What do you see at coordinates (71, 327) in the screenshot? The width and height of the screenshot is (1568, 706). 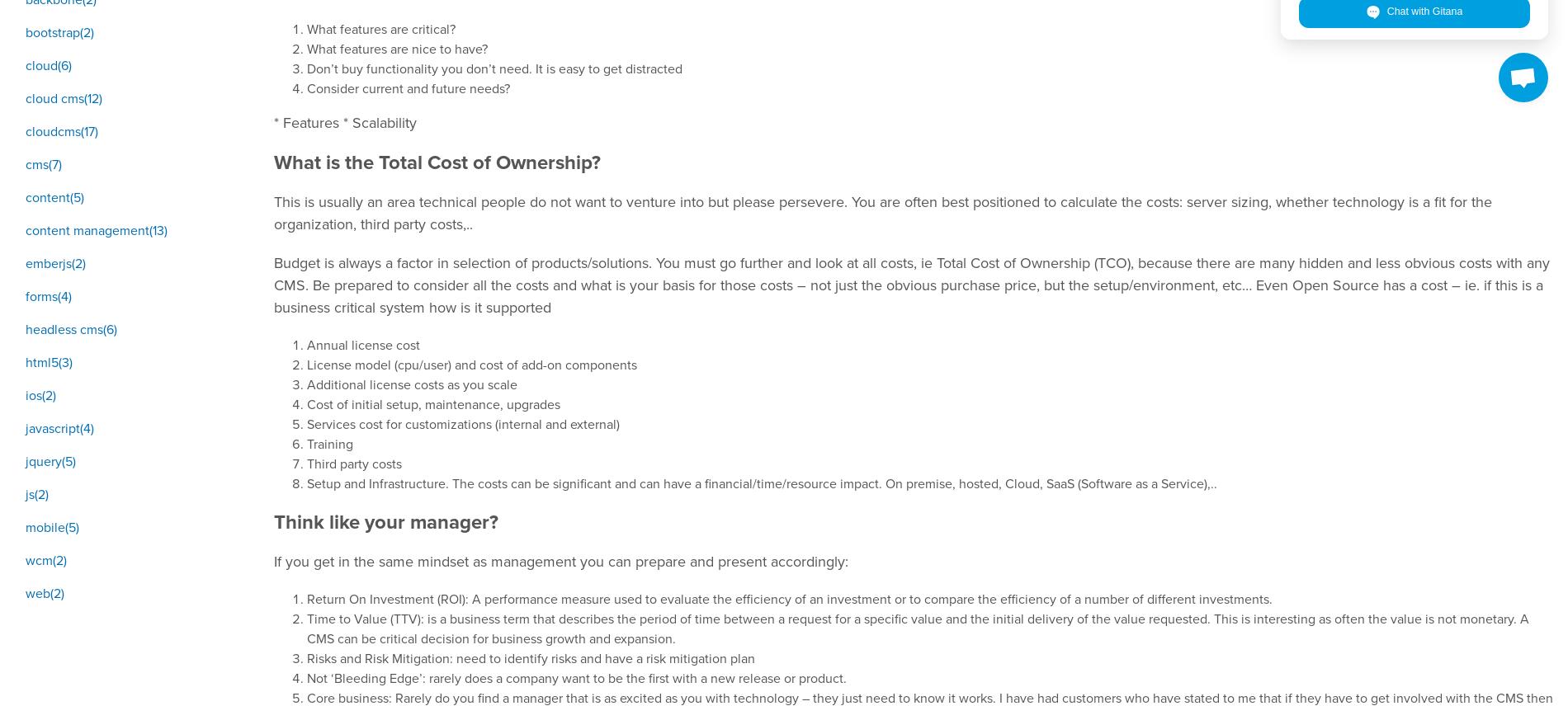 I see `'headless cms(6)'` at bounding box center [71, 327].